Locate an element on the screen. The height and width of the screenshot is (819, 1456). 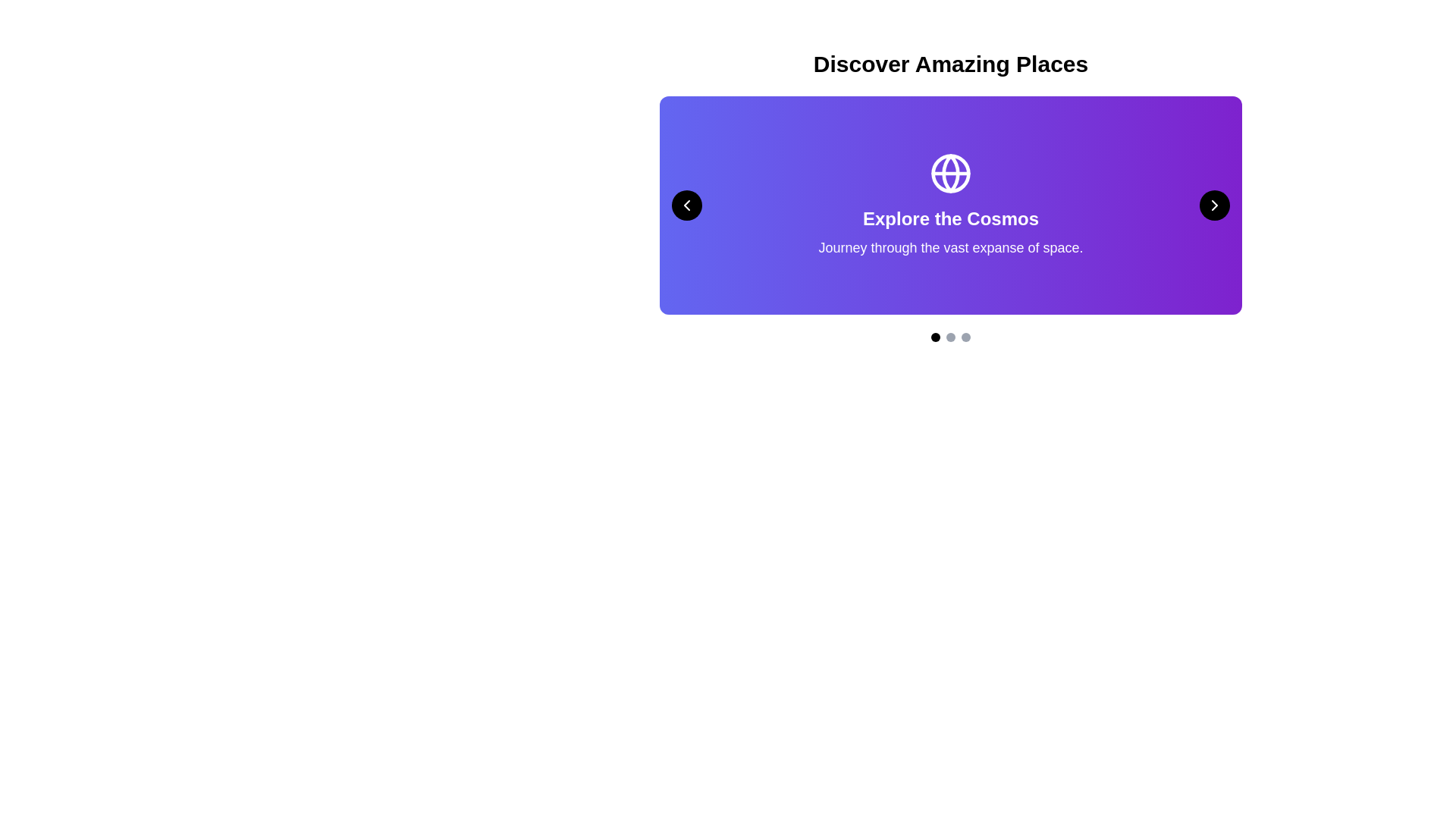
the text display component styled as a heading, which serves as the title for the content in this interface module, located centrally beneath a globe icon is located at coordinates (949, 219).